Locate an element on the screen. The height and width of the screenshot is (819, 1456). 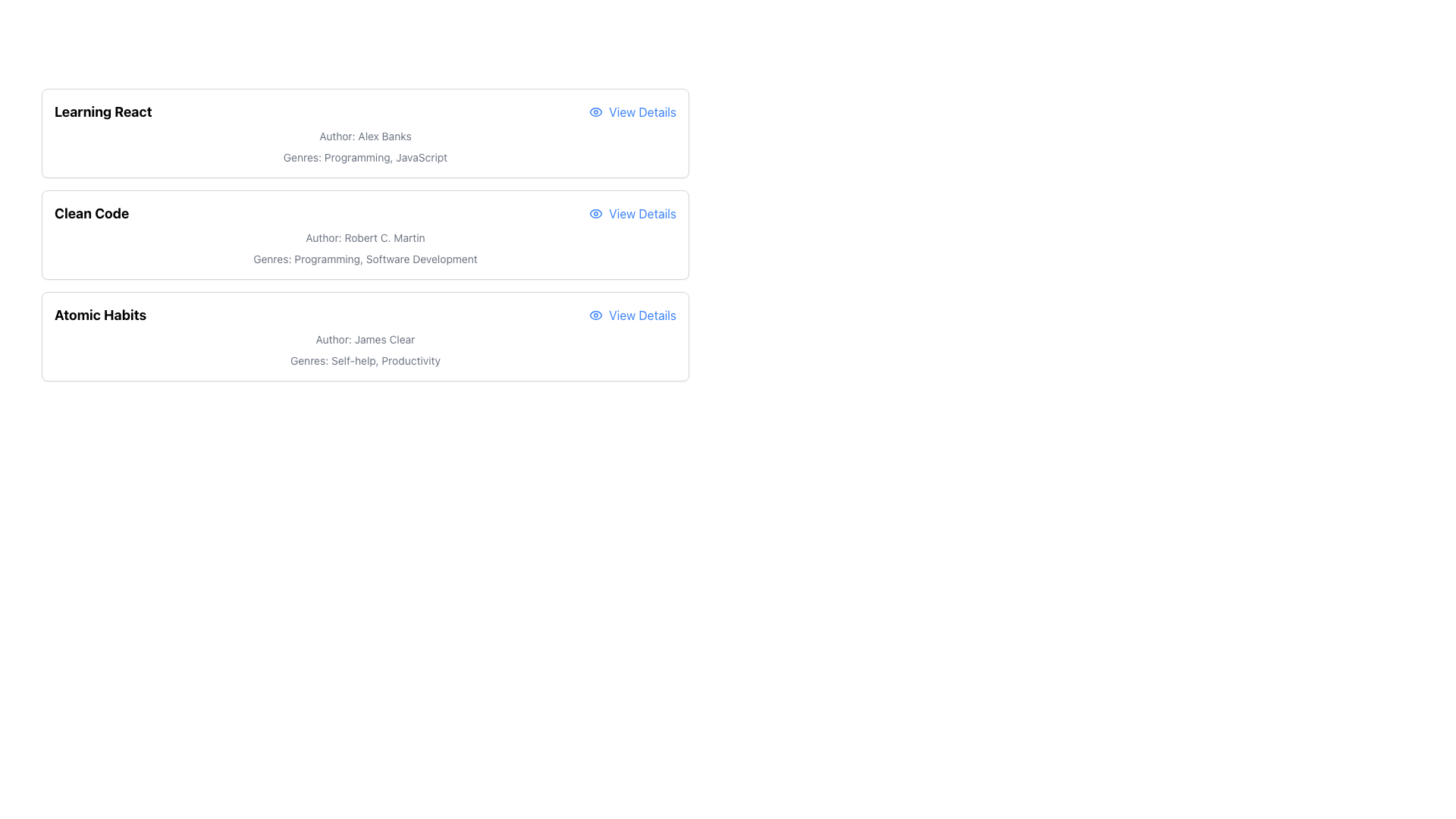
the author name text element in the book card for 'Atomic Habits', which is located below the book title and above the genres is located at coordinates (365, 338).